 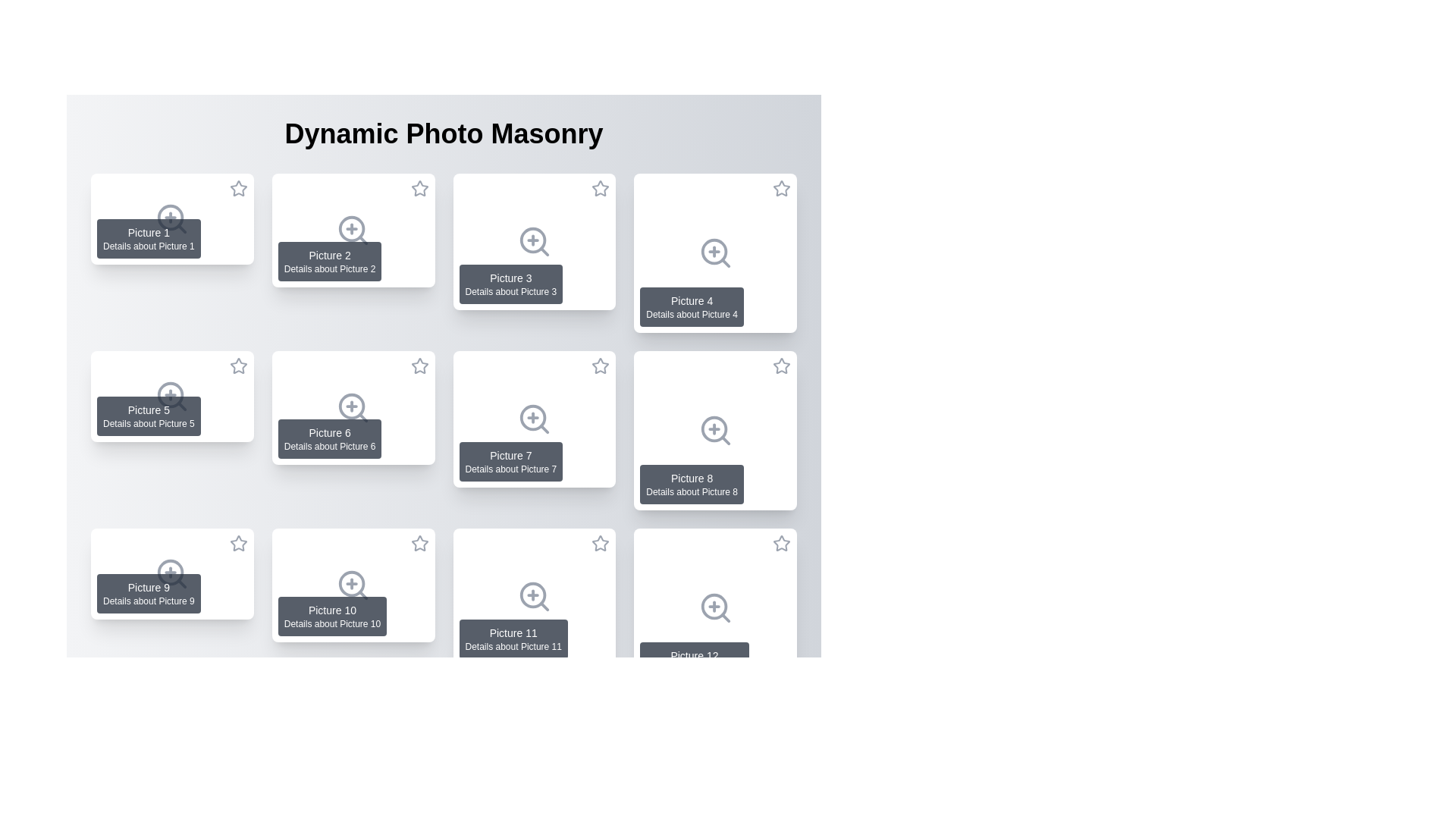 I want to click on the magnifying glass icon on the interactive visual card located in the third row and third column of the grid layout, so click(x=534, y=419).